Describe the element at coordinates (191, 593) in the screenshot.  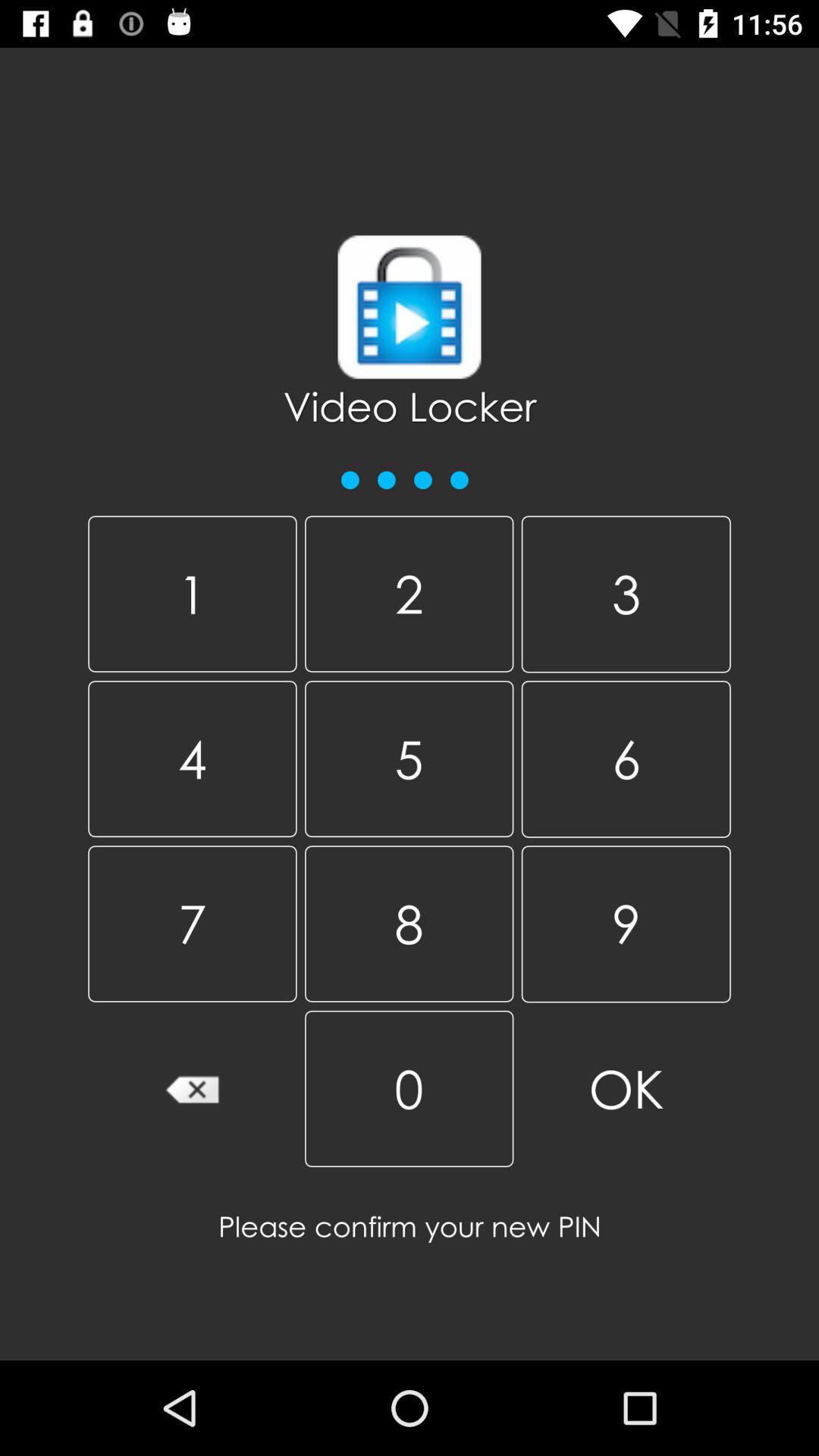
I see `the item below 1234` at that location.